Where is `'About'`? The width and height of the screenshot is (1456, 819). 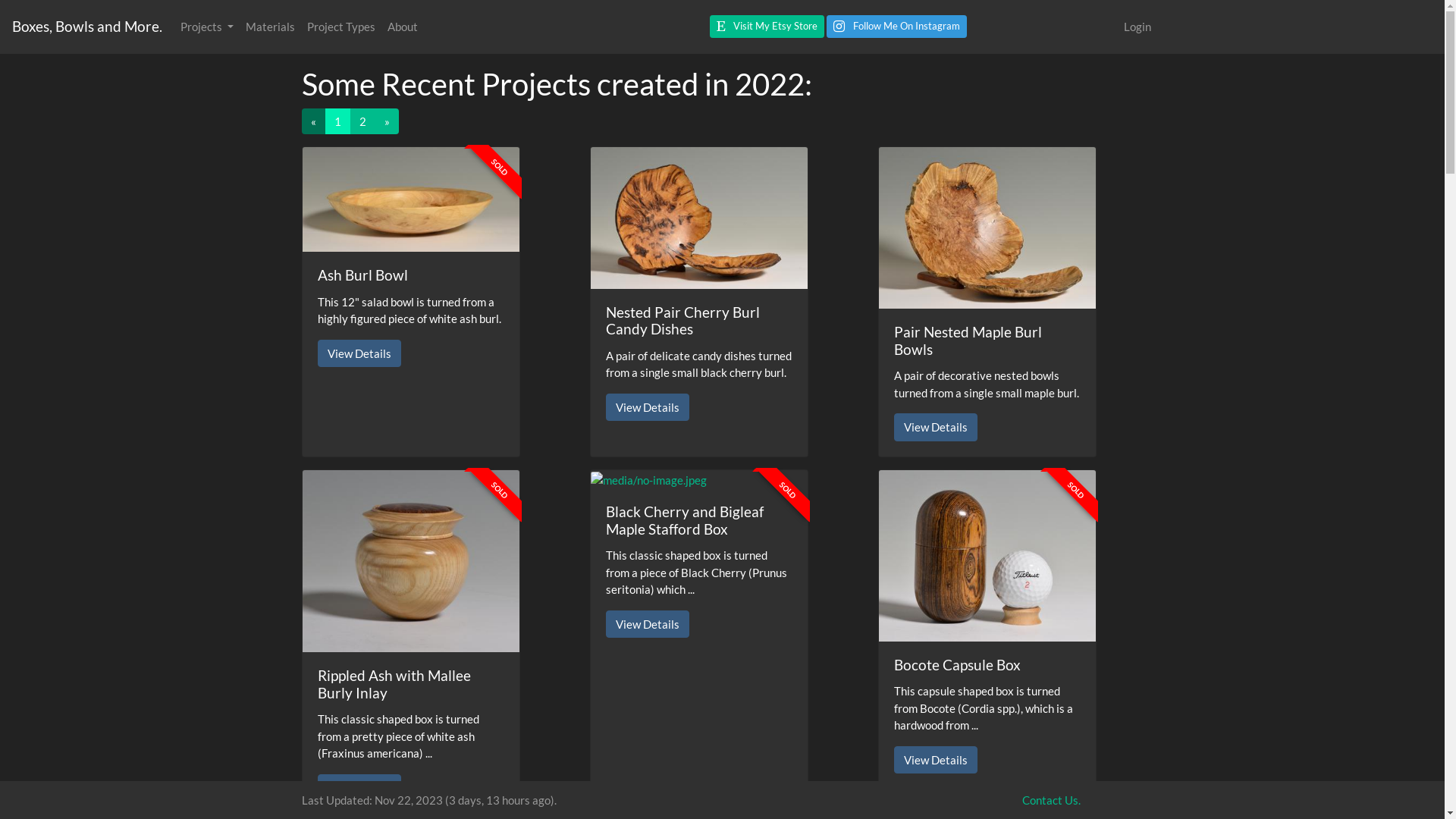 'About' is located at coordinates (381, 27).